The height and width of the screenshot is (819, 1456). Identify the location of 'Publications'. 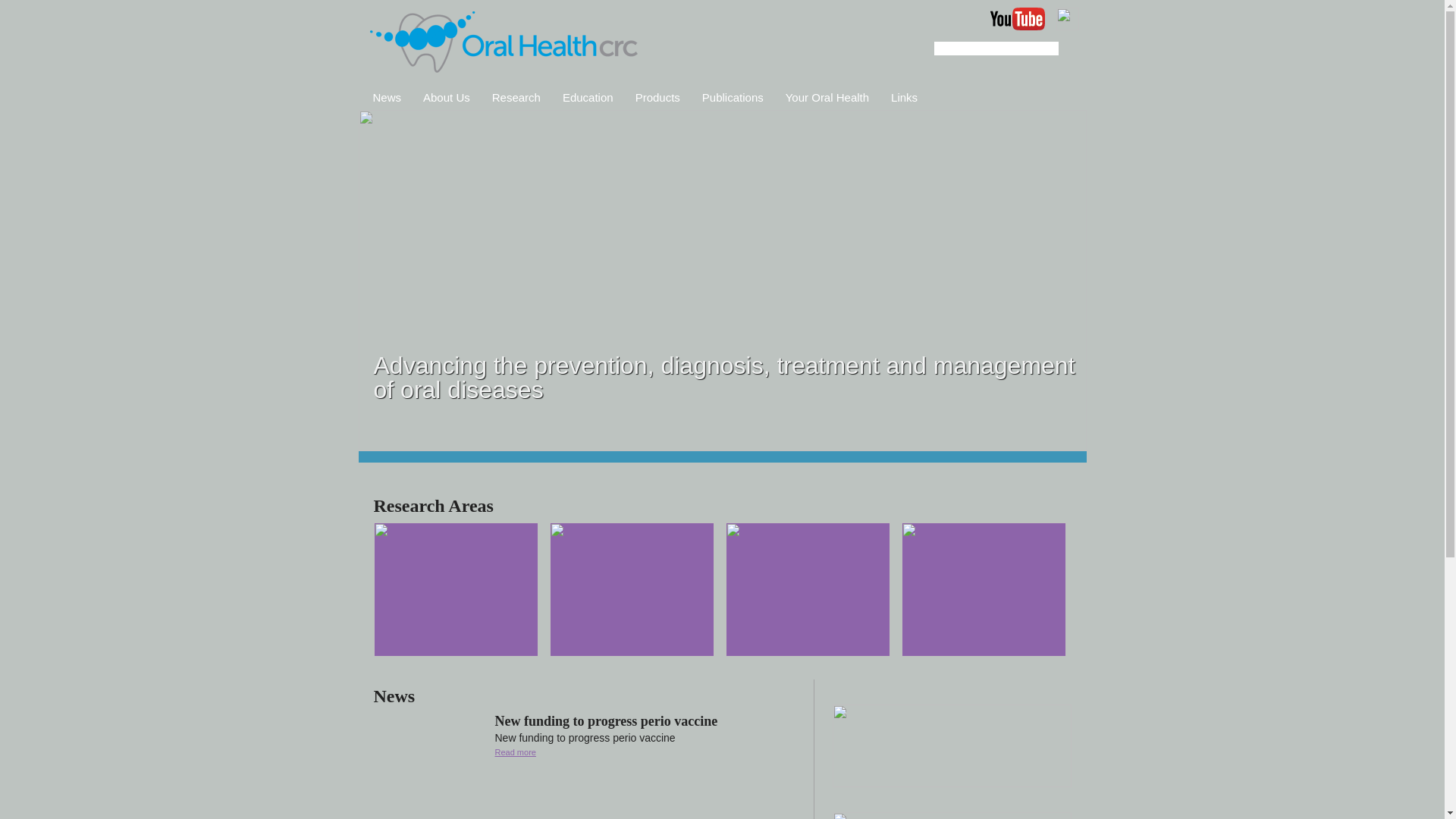
(733, 96).